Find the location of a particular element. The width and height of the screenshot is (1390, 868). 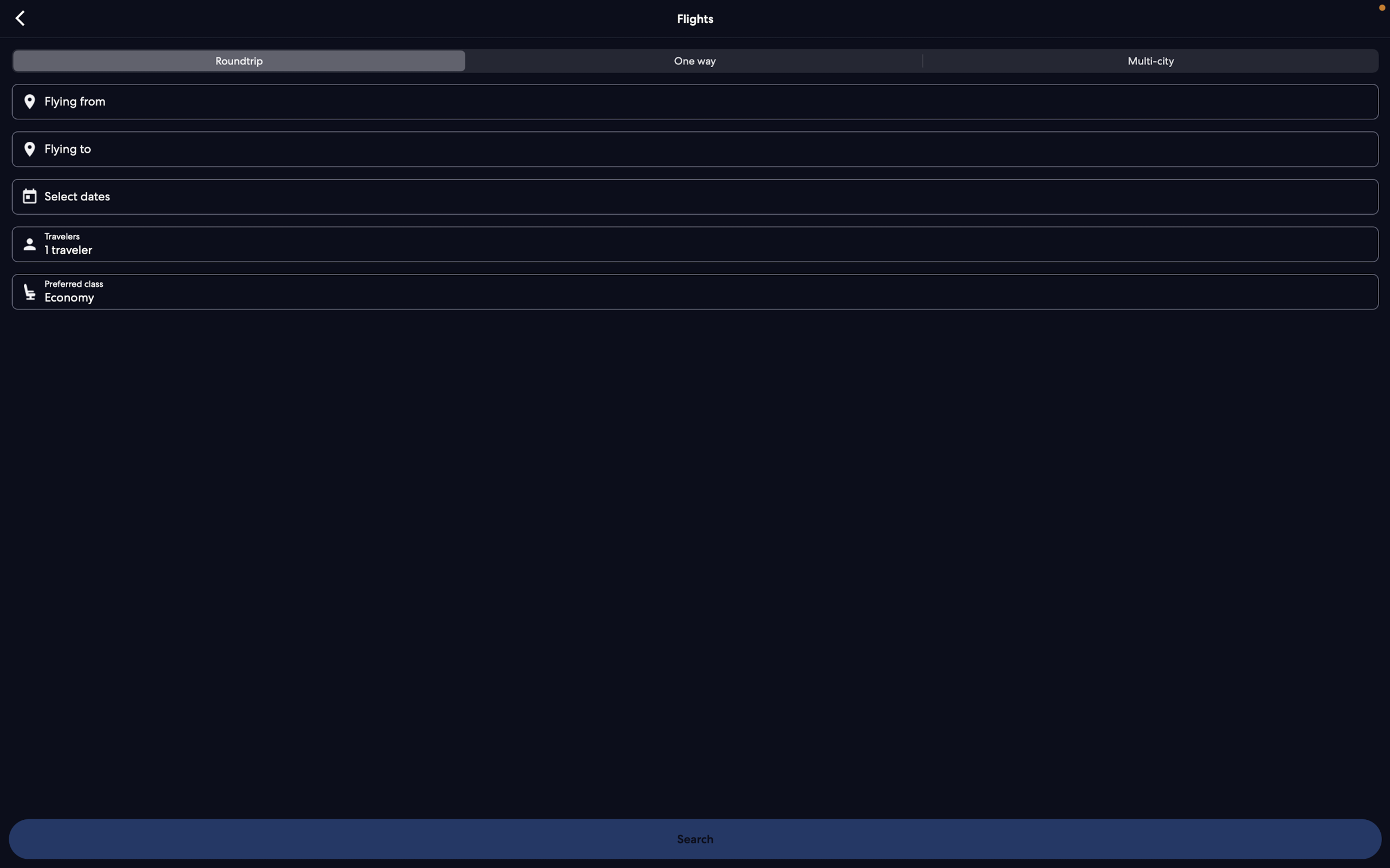

tab for roundtrip flights is located at coordinates (240, 61).